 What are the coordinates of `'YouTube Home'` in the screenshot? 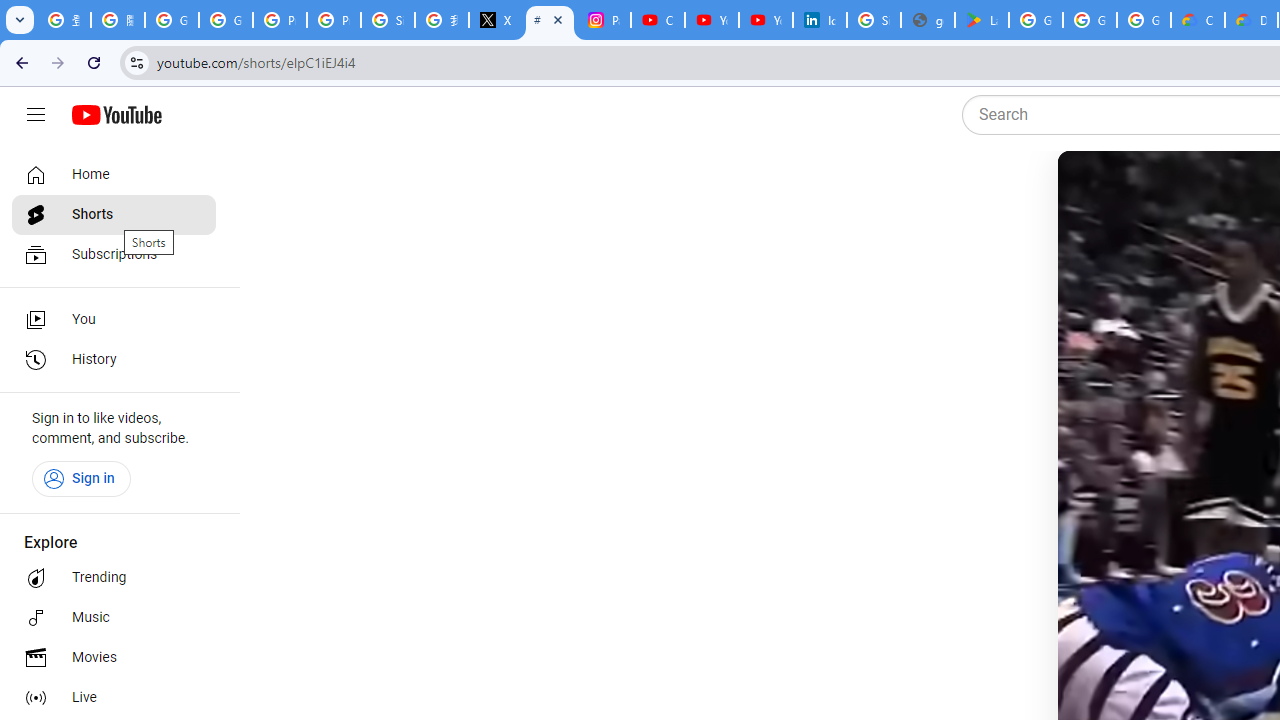 It's located at (115, 115).